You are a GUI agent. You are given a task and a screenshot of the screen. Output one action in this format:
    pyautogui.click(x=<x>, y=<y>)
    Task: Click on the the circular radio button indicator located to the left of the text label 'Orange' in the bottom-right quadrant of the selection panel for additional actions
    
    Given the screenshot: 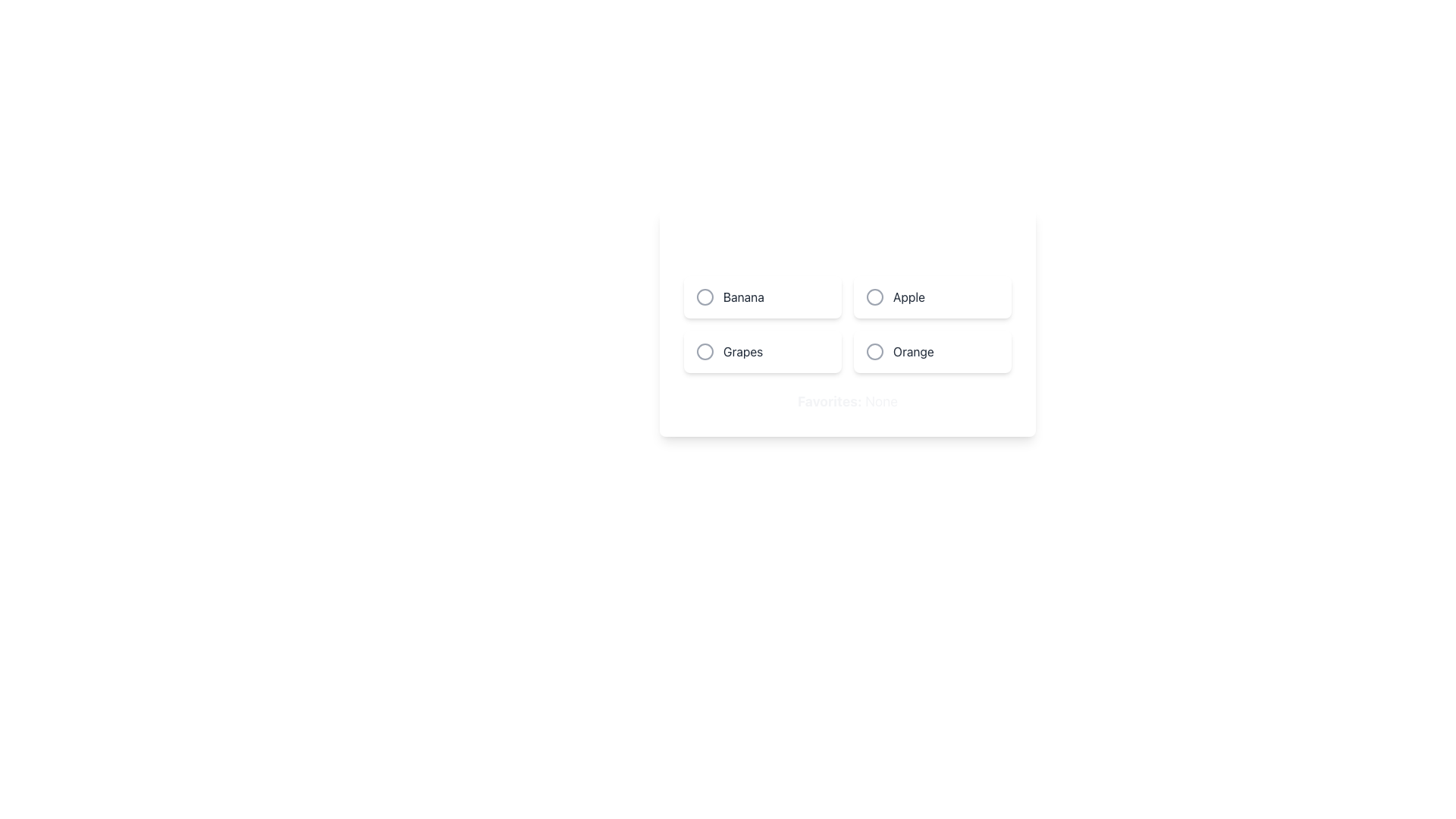 What is the action you would take?
    pyautogui.click(x=874, y=351)
    